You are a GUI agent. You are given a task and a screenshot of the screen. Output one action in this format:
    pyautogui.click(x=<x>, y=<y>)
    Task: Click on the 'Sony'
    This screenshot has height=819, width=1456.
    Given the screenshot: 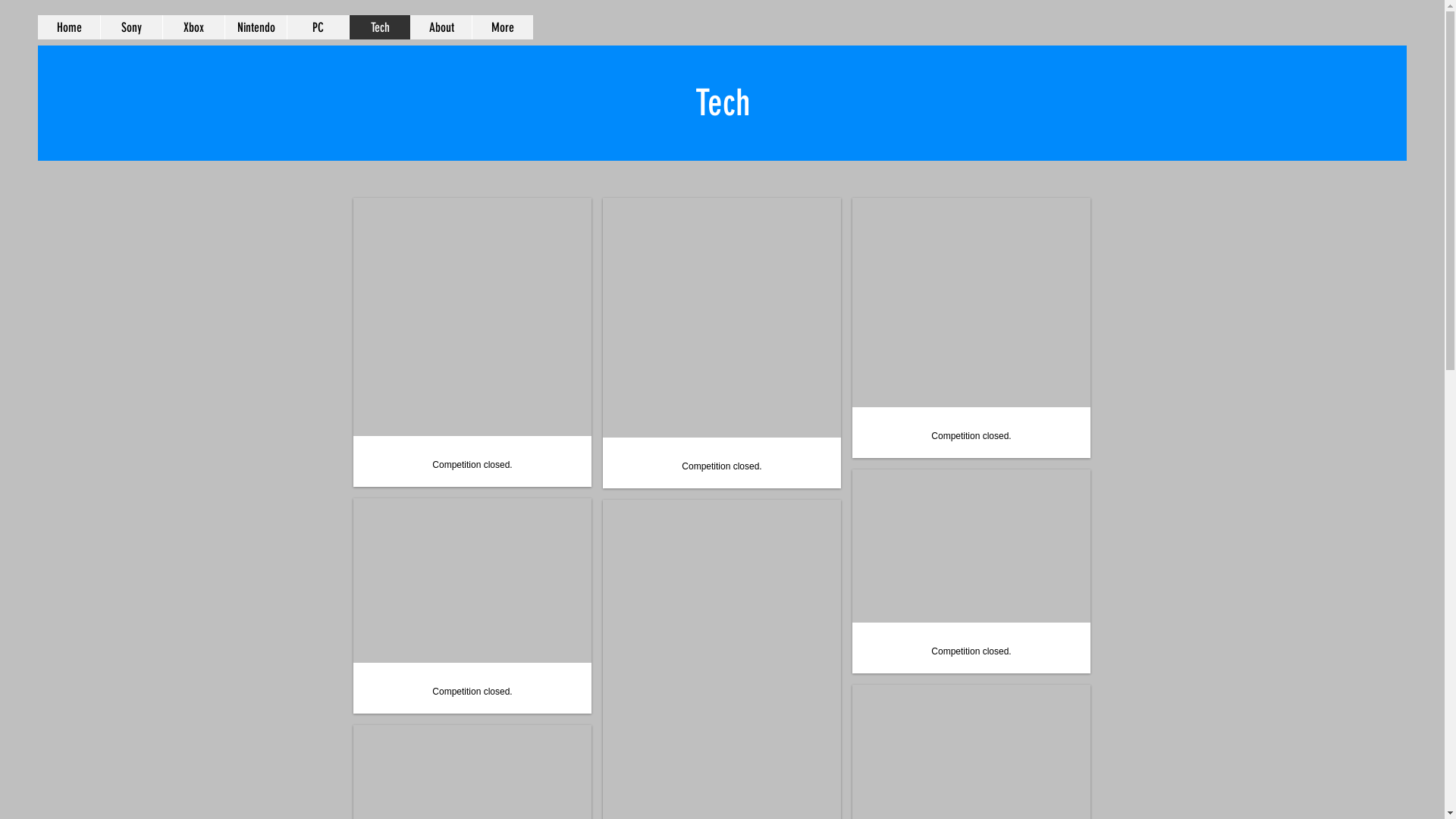 What is the action you would take?
    pyautogui.click(x=130, y=27)
    